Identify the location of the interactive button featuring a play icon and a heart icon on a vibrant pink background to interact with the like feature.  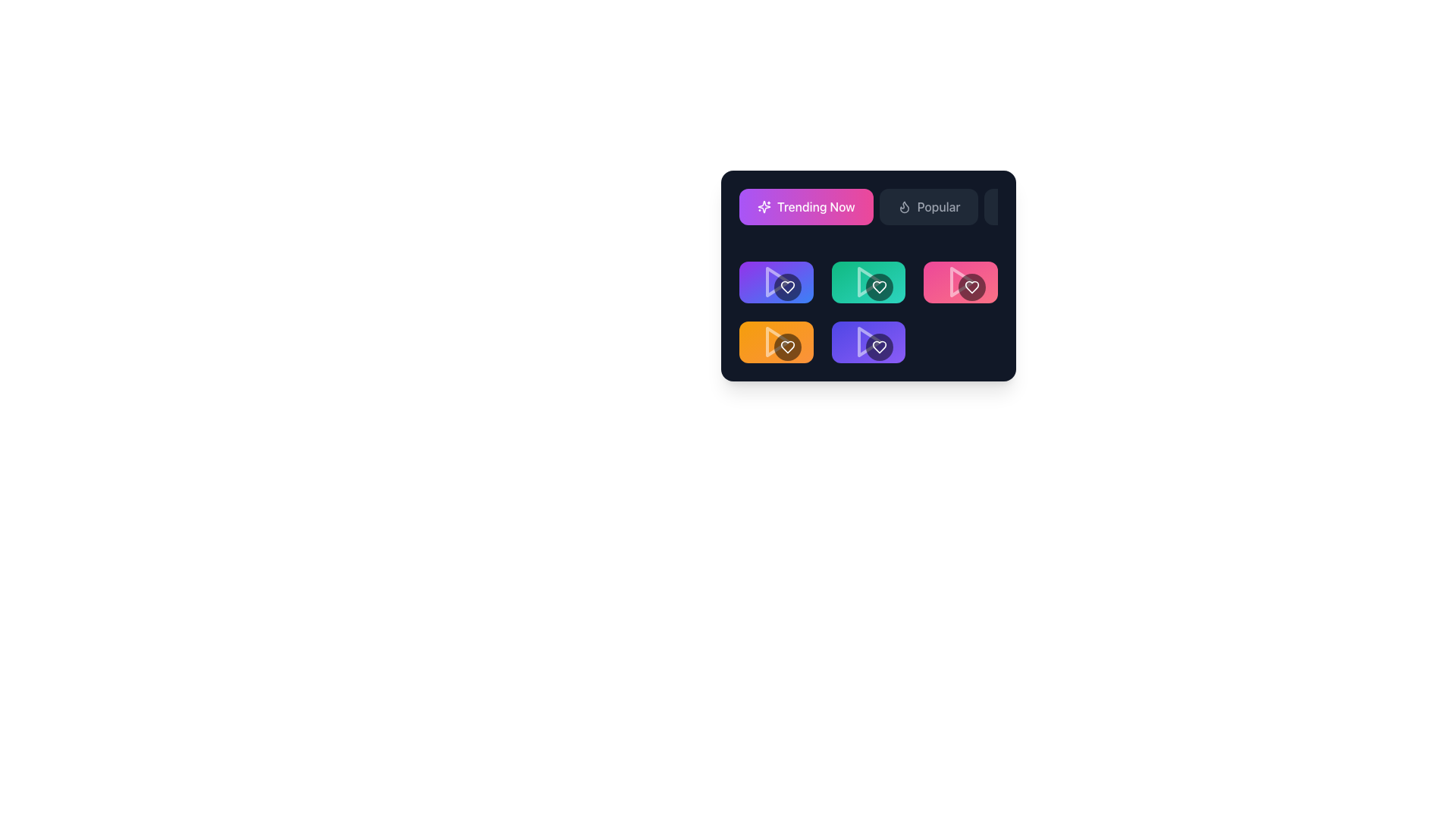
(960, 275).